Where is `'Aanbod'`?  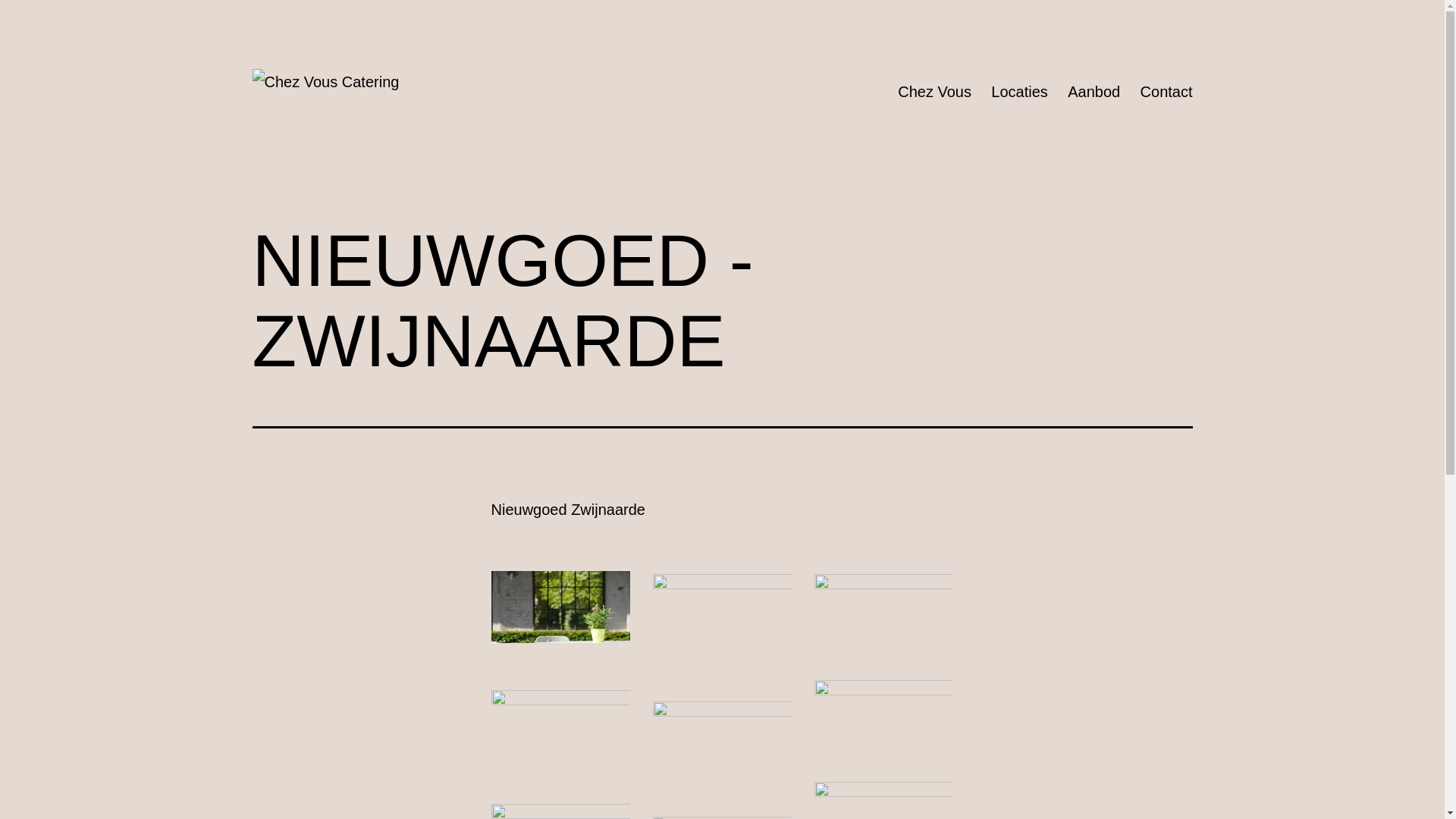
'Aanbod' is located at coordinates (1057, 92).